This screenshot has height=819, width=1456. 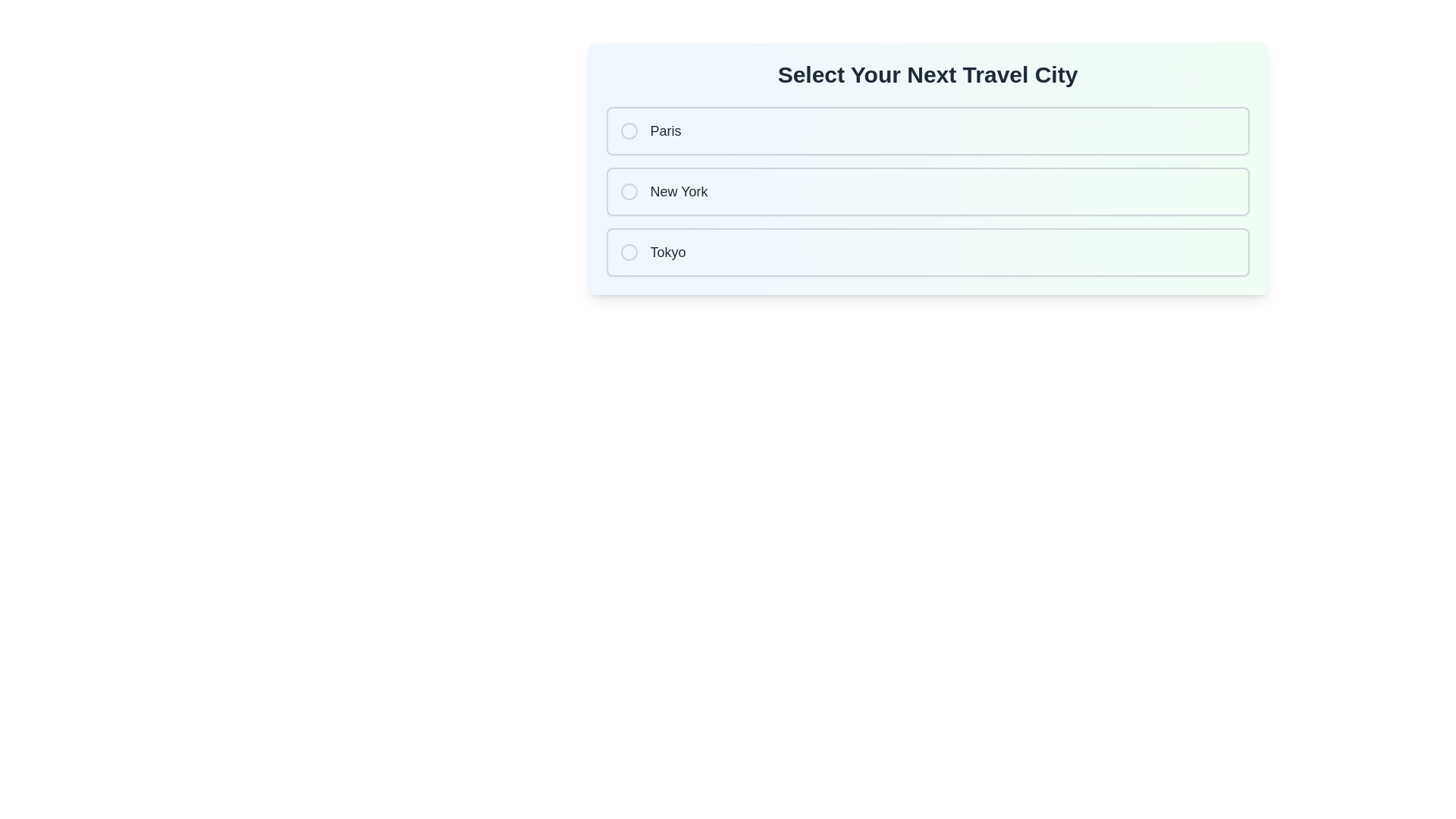 I want to click on the radio button for the 'New York' option, which is the second item in the vertical list, so click(x=629, y=191).